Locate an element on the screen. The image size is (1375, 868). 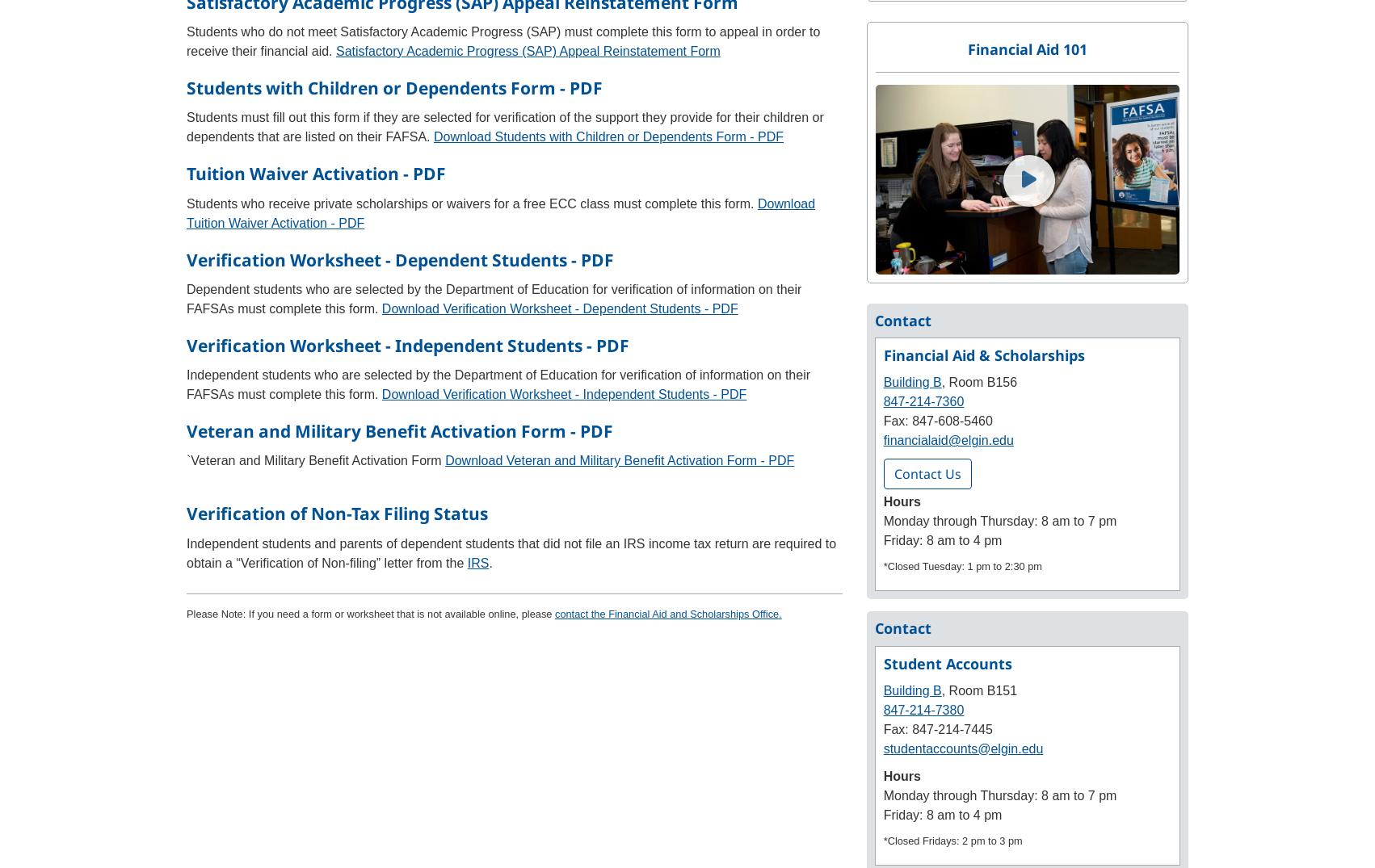
'`Veteran and Military Benefit Activation Form' is located at coordinates (315, 460).